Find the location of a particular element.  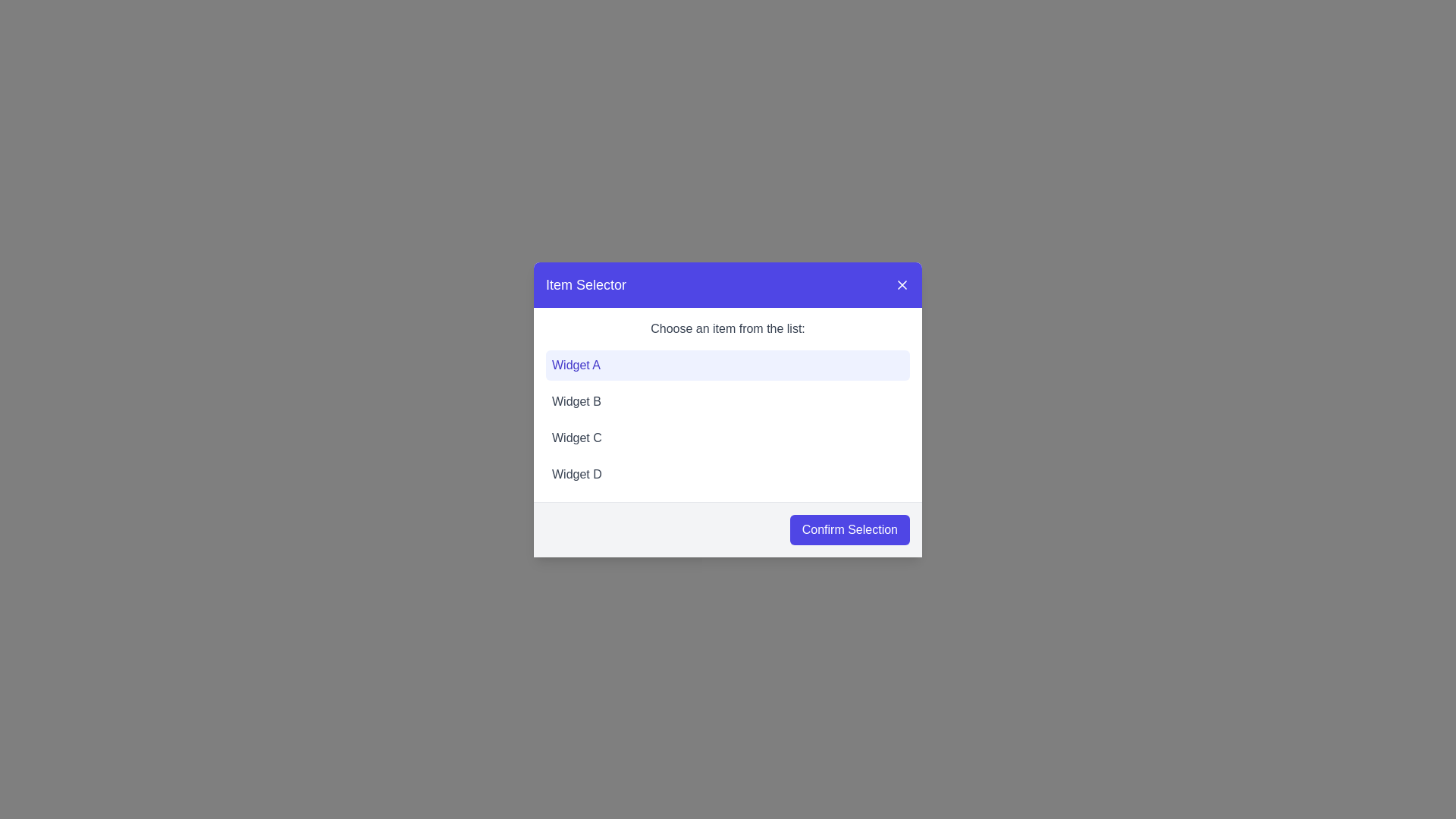

the selectable list item labeled 'Widget B' is located at coordinates (728, 400).